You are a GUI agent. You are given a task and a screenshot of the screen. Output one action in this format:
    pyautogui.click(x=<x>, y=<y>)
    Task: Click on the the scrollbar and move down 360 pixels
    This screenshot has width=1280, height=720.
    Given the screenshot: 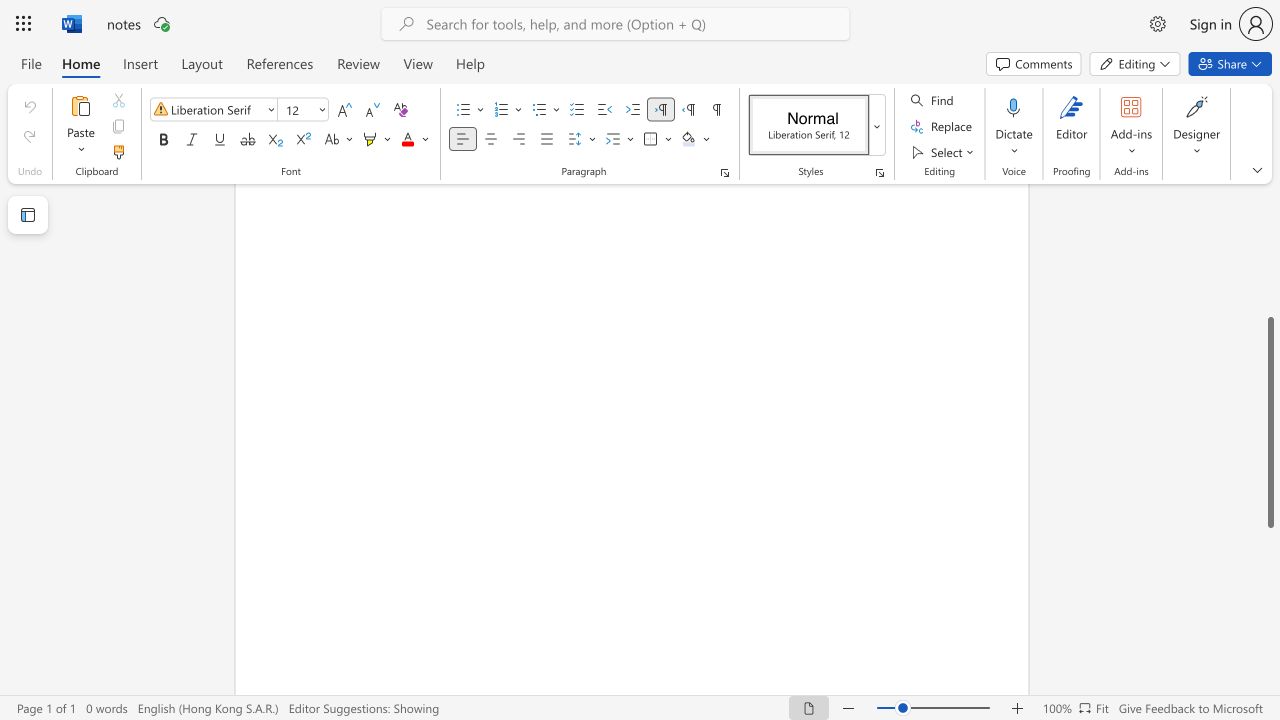 What is the action you would take?
    pyautogui.click(x=1269, y=421)
    